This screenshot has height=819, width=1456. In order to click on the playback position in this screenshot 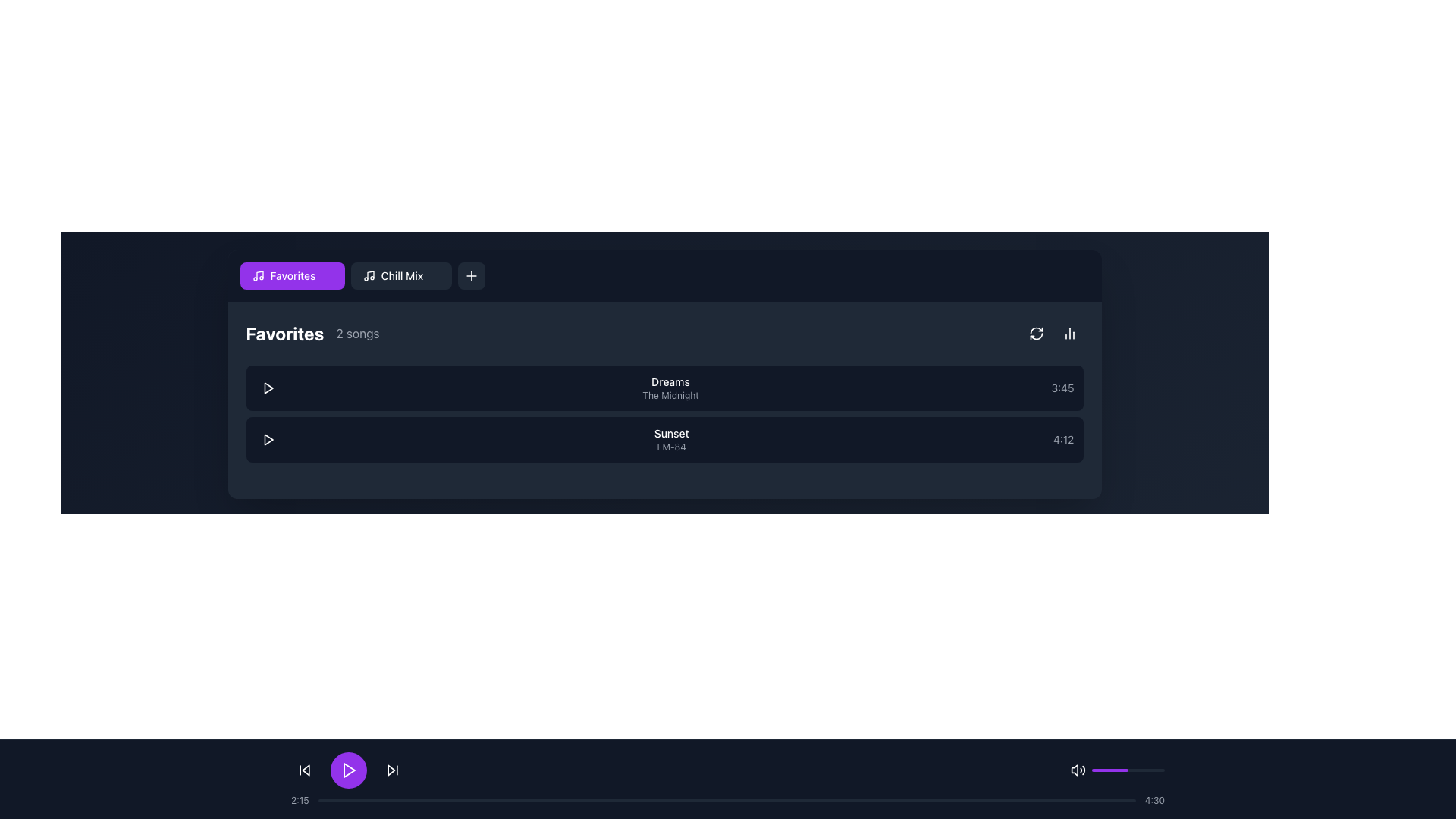, I will do `click(450, 800)`.